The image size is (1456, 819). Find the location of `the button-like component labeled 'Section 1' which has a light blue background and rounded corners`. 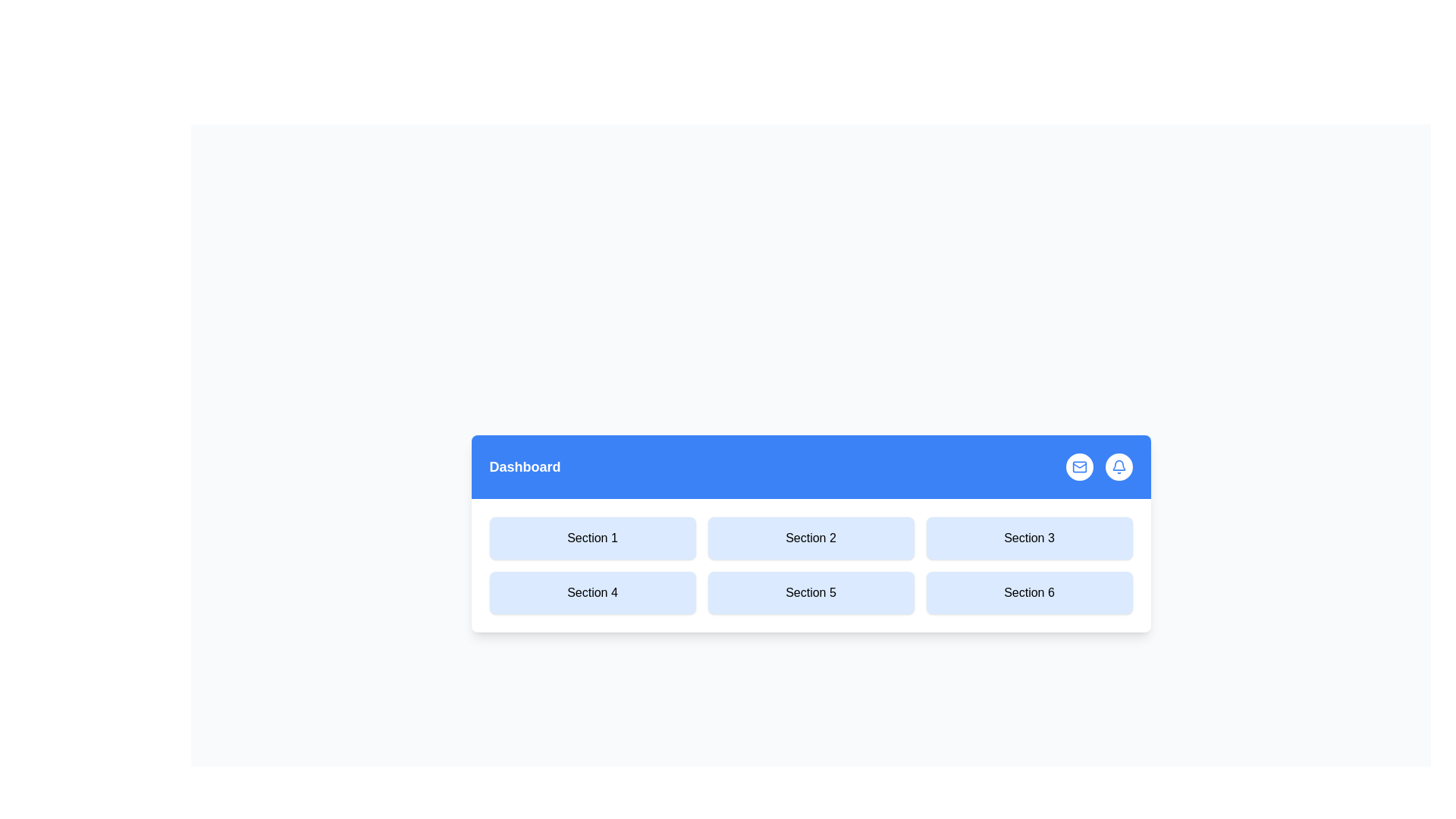

the button-like component labeled 'Section 1' which has a light blue background and rounded corners is located at coordinates (591, 537).